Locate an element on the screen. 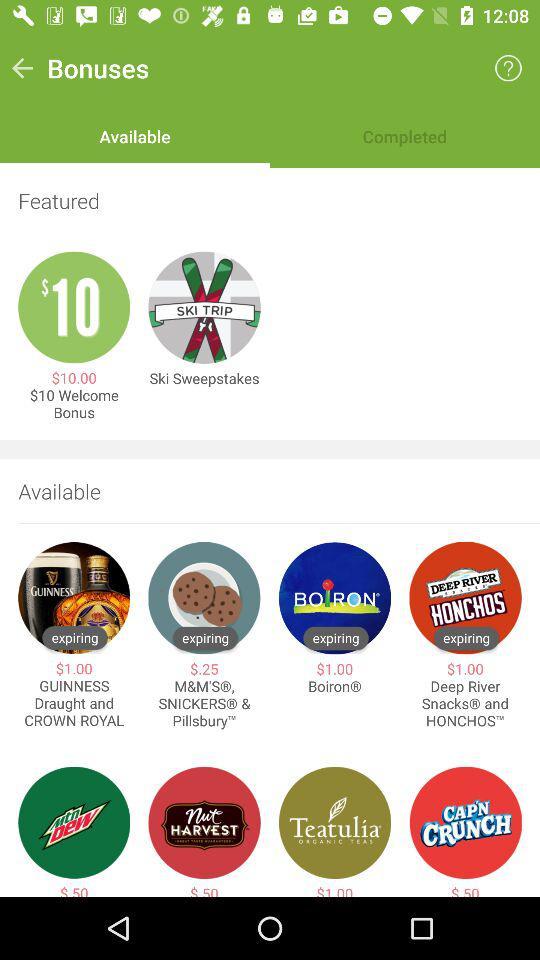  item below the $10 welcome bonus item is located at coordinates (270, 449).